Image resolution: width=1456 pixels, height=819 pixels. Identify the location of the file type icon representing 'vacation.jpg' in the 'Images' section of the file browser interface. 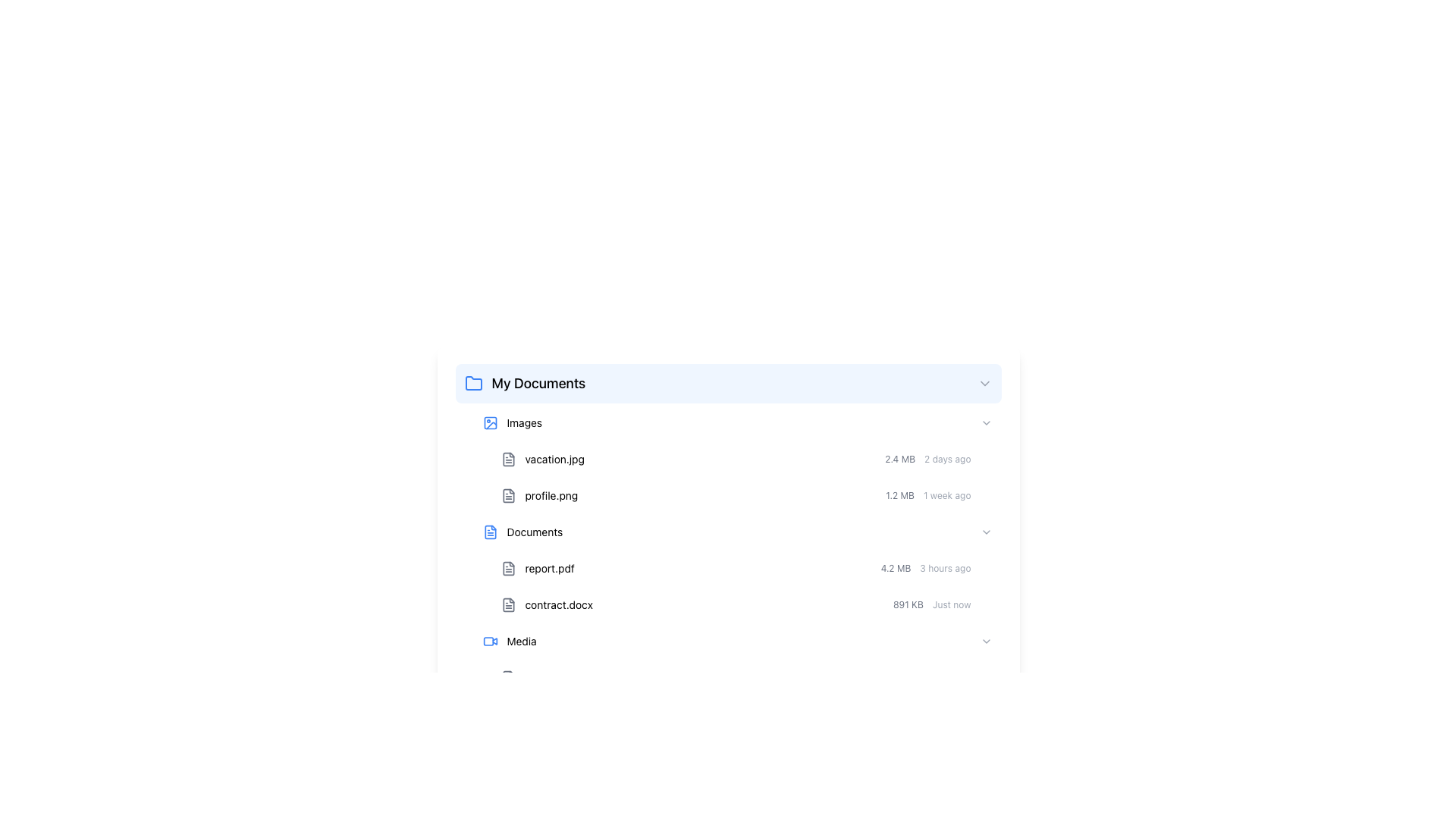
(508, 458).